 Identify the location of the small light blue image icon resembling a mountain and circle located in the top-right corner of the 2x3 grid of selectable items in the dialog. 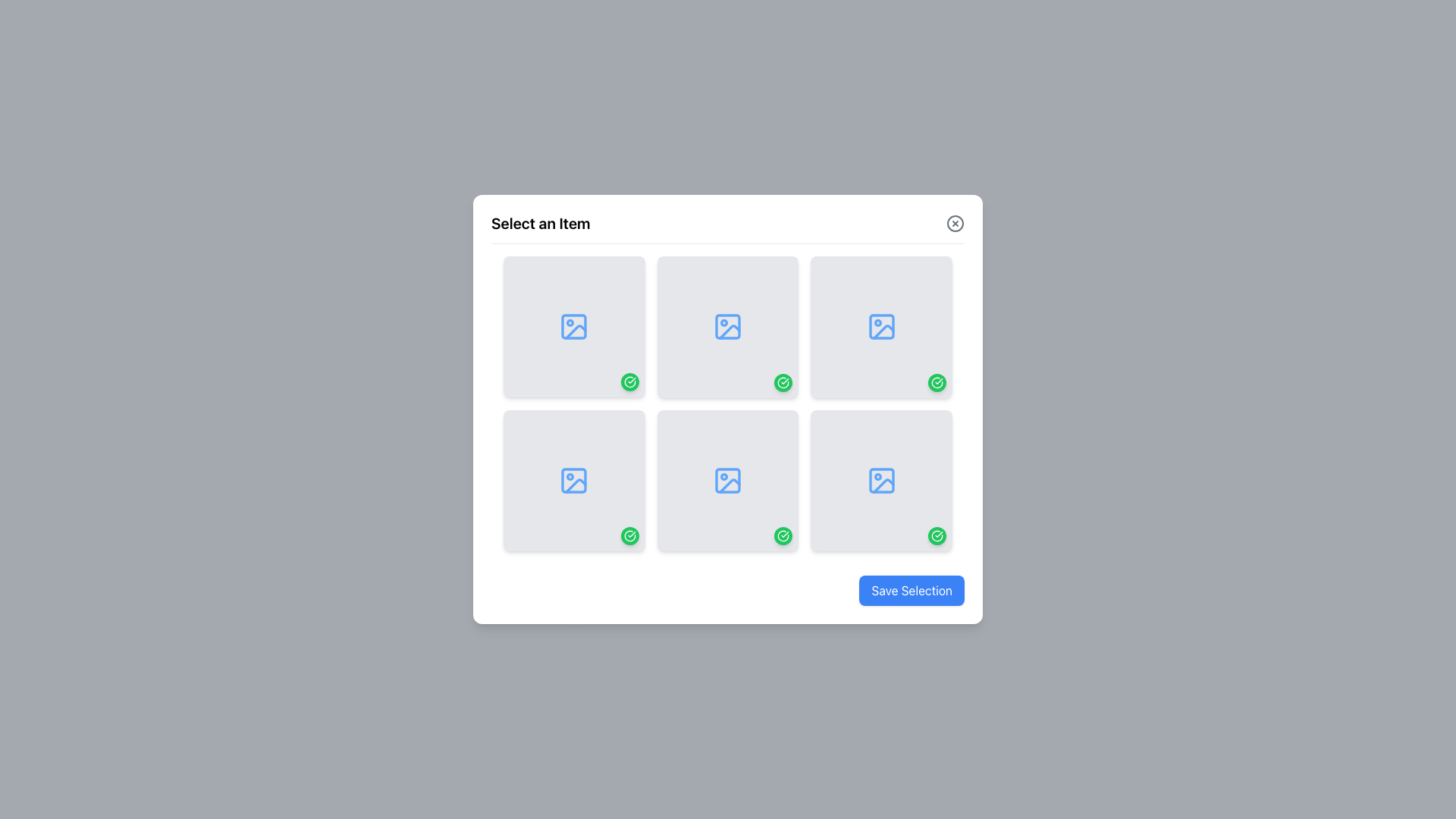
(881, 326).